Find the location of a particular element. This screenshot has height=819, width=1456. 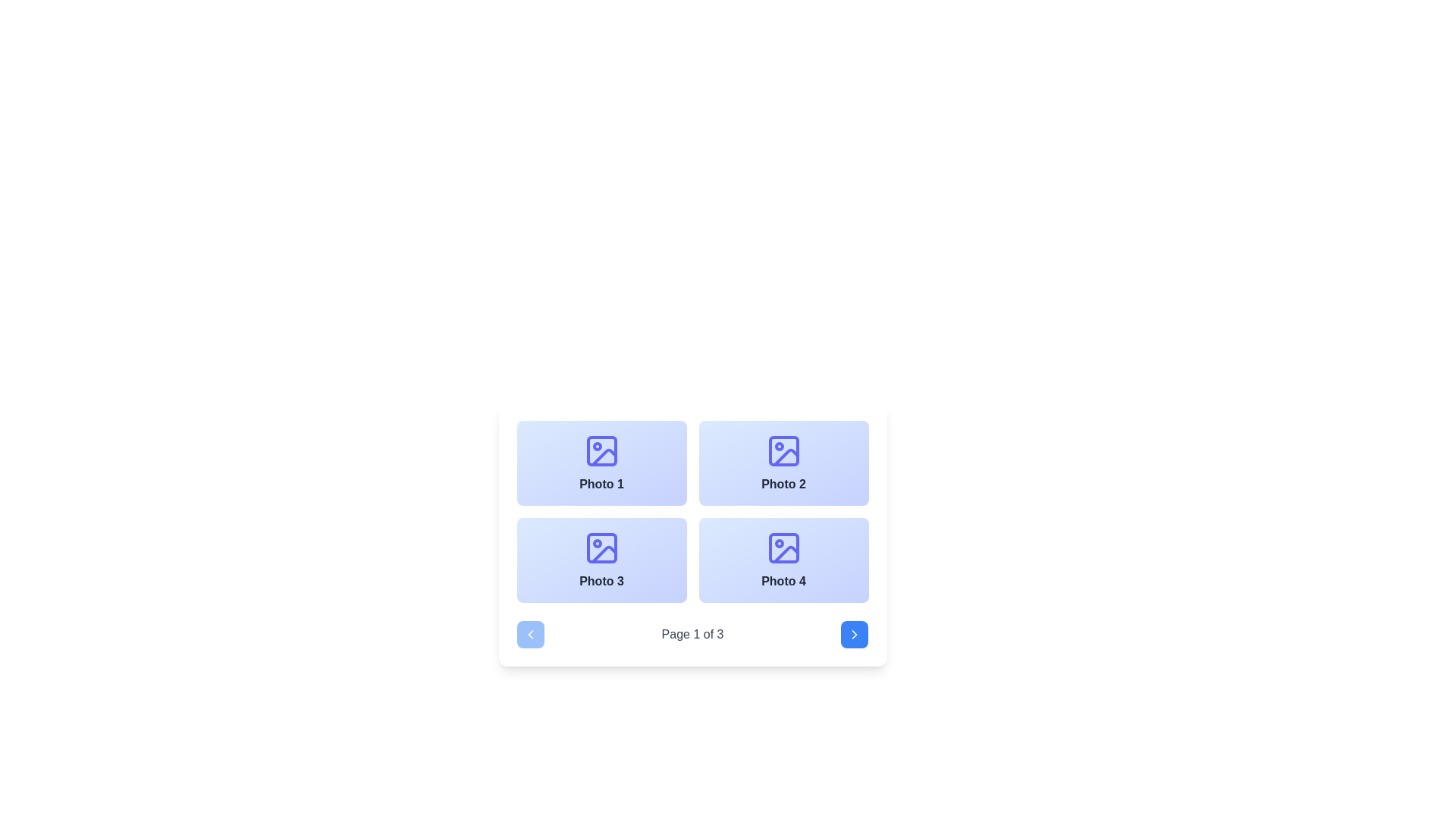

the icon representing the image or photo within the first card labeled 'Photo 1' in the upper-left quadrant of the interface is located at coordinates (601, 450).